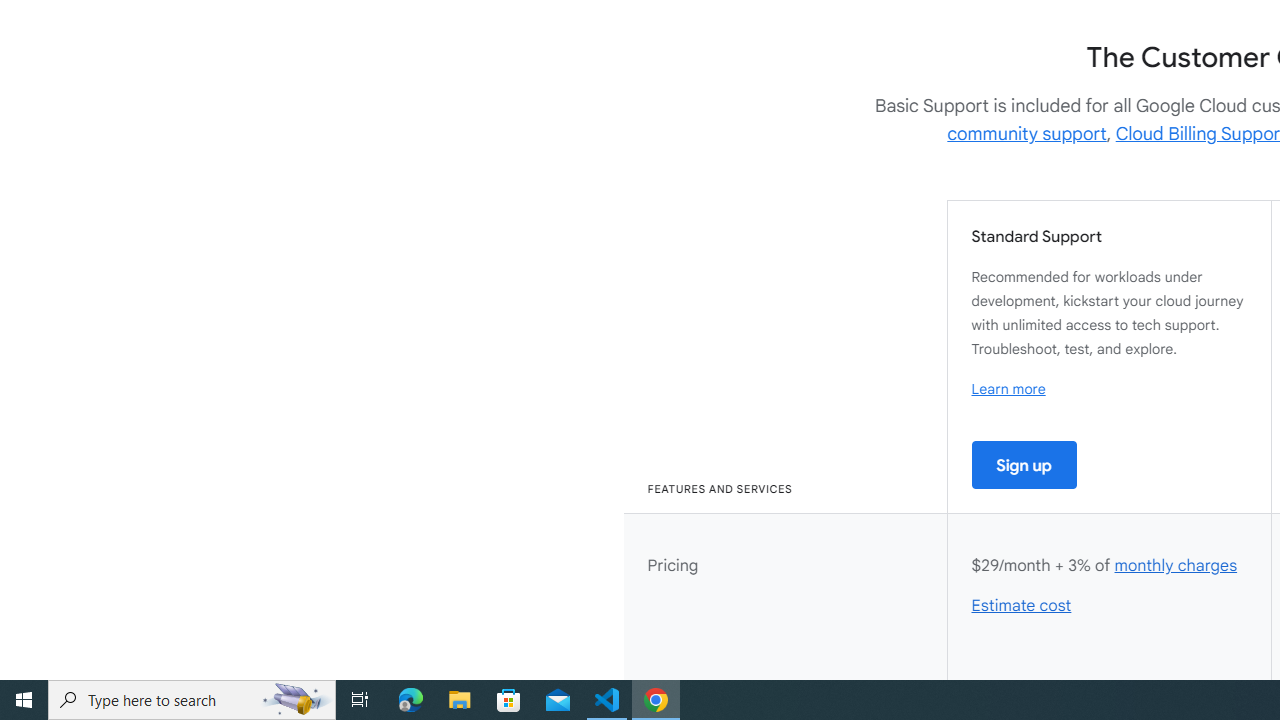 Image resolution: width=1280 pixels, height=720 pixels. Describe the element at coordinates (1008, 389) in the screenshot. I see `'Learn more'` at that location.